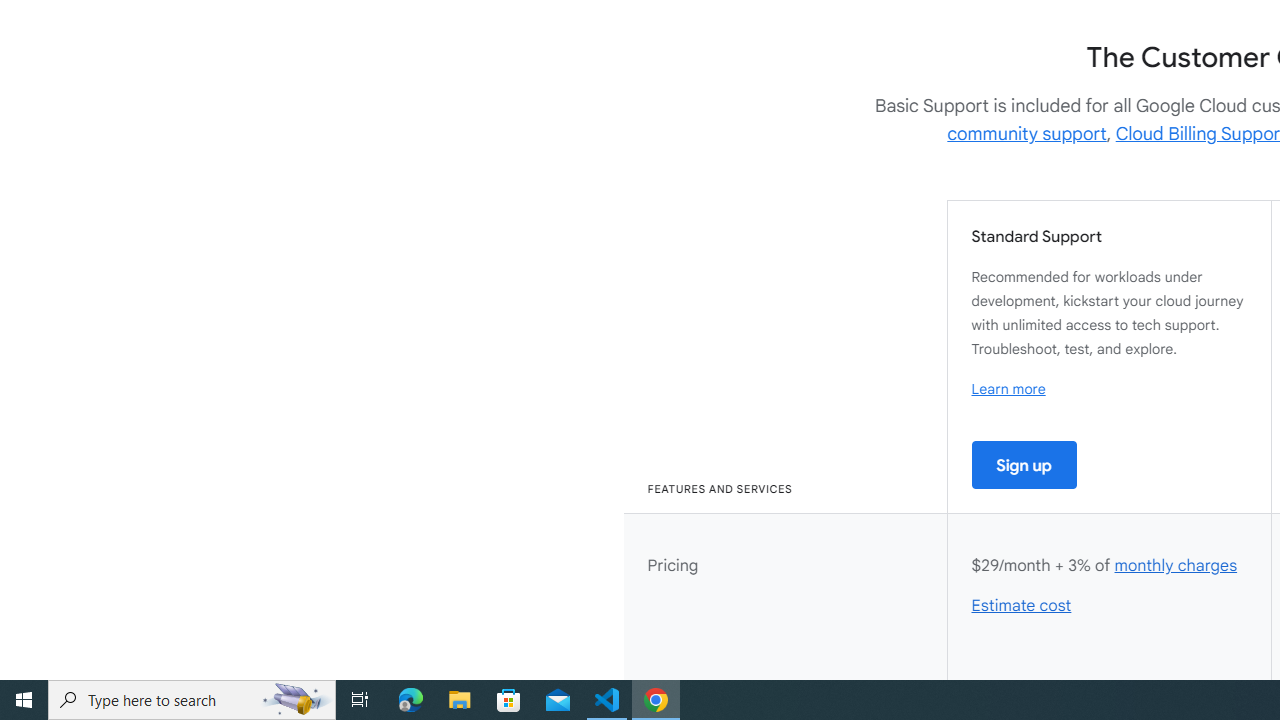 Image resolution: width=1280 pixels, height=720 pixels. Describe the element at coordinates (1008, 389) in the screenshot. I see `'Learn more'` at that location.